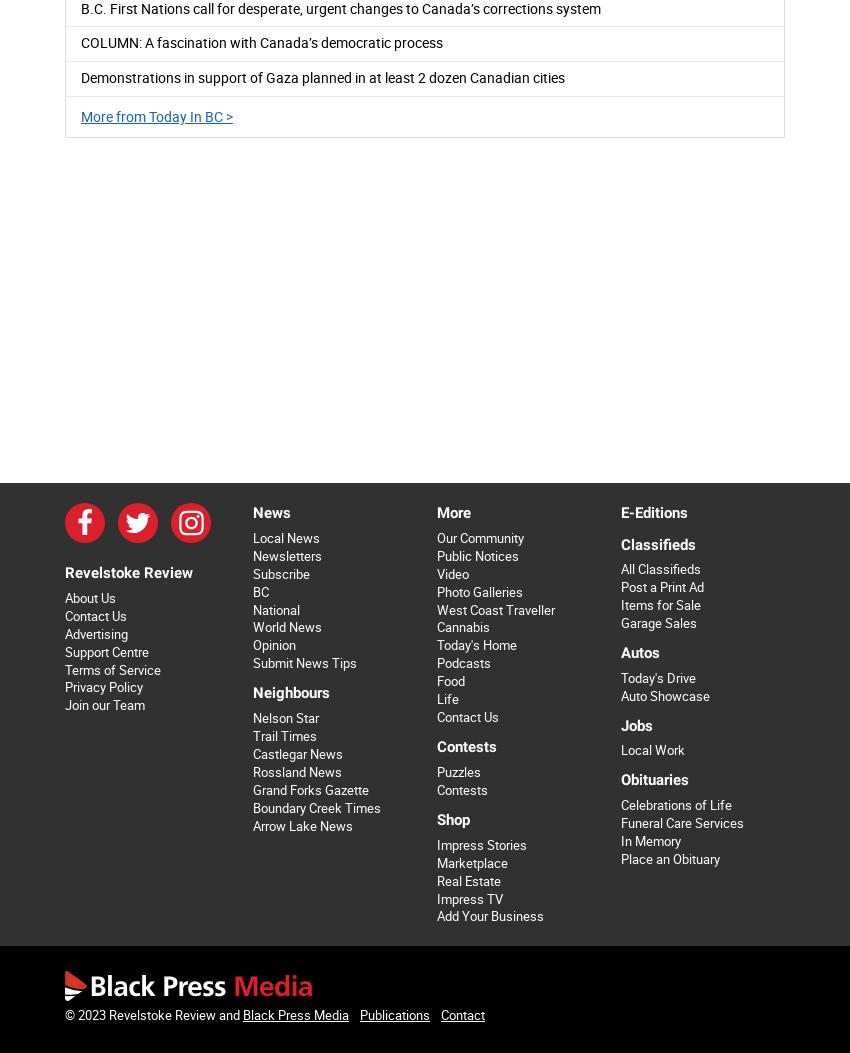 Image resolution: width=850 pixels, height=1053 pixels. What do you see at coordinates (661, 587) in the screenshot?
I see `'Post a Print Ad'` at bounding box center [661, 587].